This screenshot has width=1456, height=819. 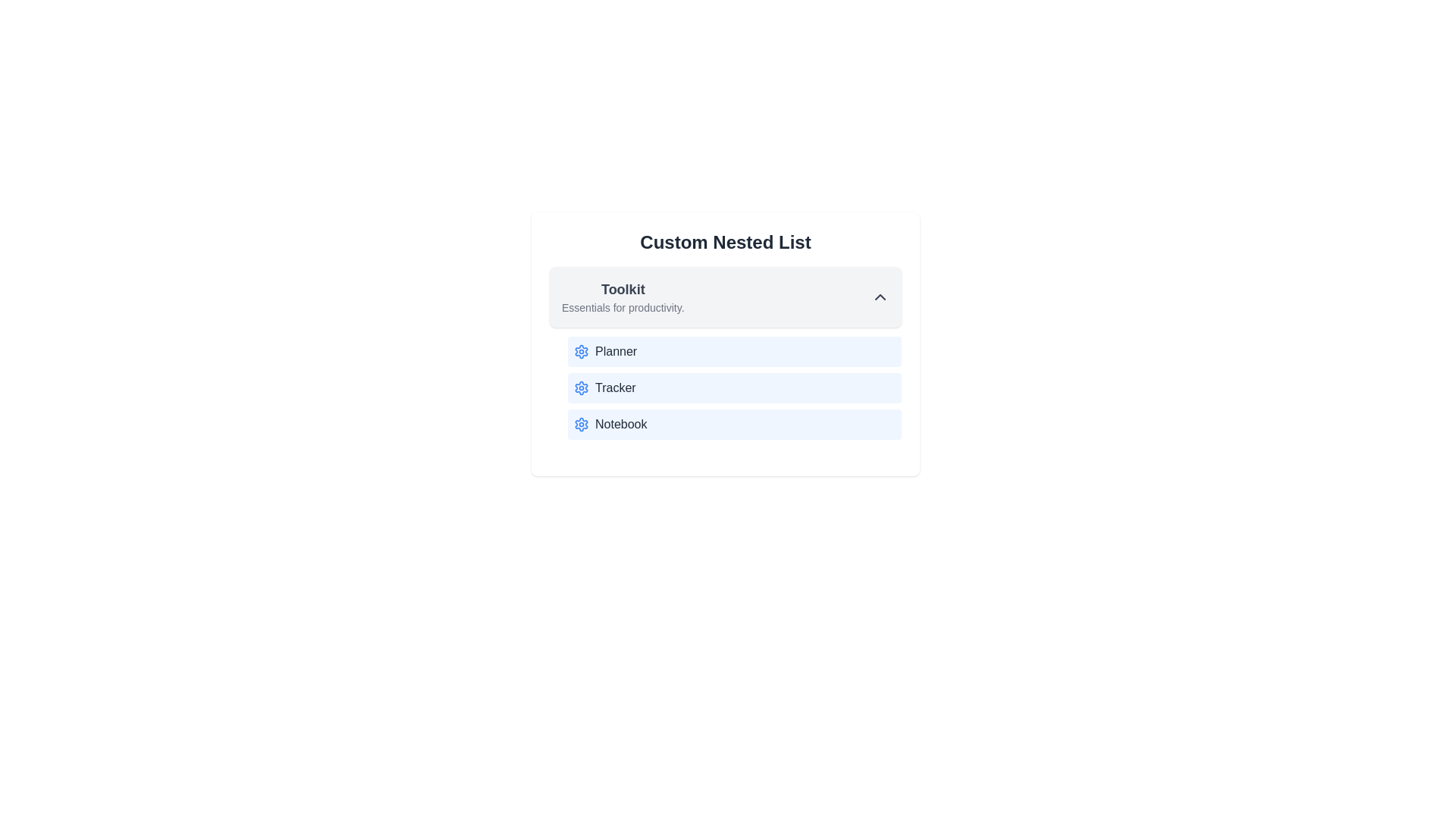 What do you see at coordinates (735, 424) in the screenshot?
I see `the list item Notebook` at bounding box center [735, 424].